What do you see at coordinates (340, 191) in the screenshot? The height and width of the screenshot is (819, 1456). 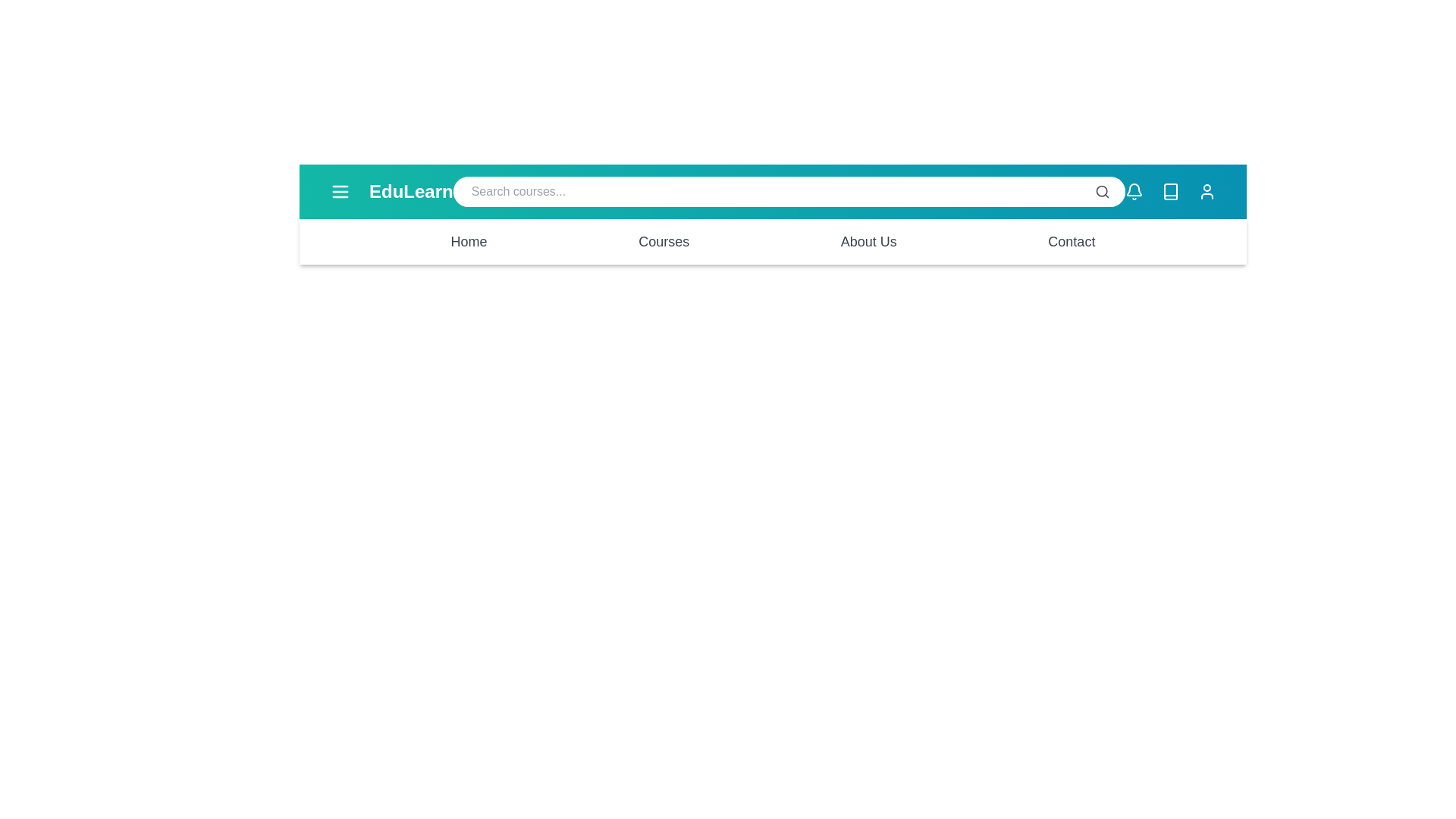 I see `the menu icon to toggle the menu visibility` at bounding box center [340, 191].